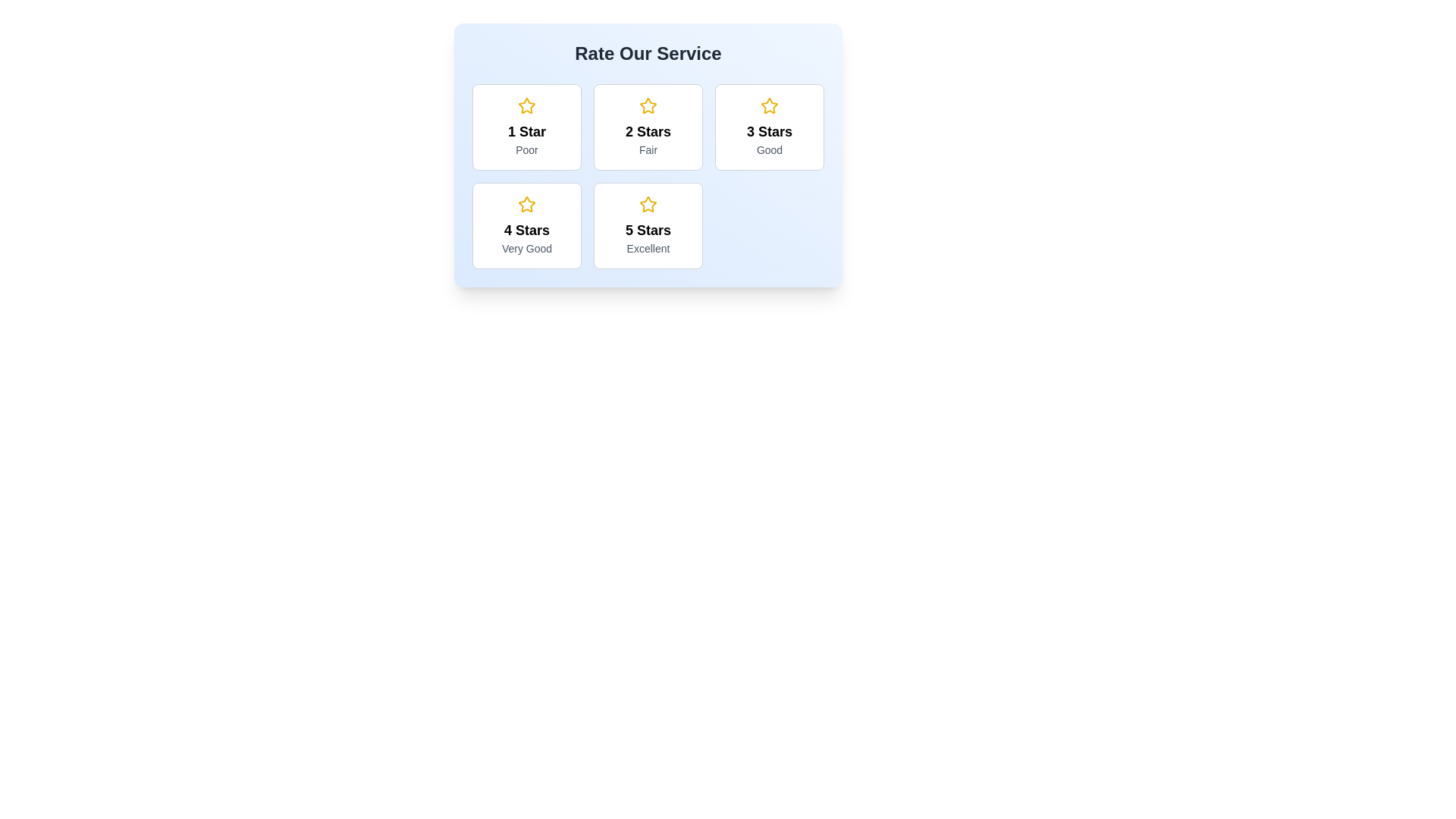  What do you see at coordinates (648, 105) in the screenshot?
I see `the 2-star rating icon located at the top of the card labeled '2 Stars' and 'Fair' in the second column of the first row in the grid layout` at bounding box center [648, 105].